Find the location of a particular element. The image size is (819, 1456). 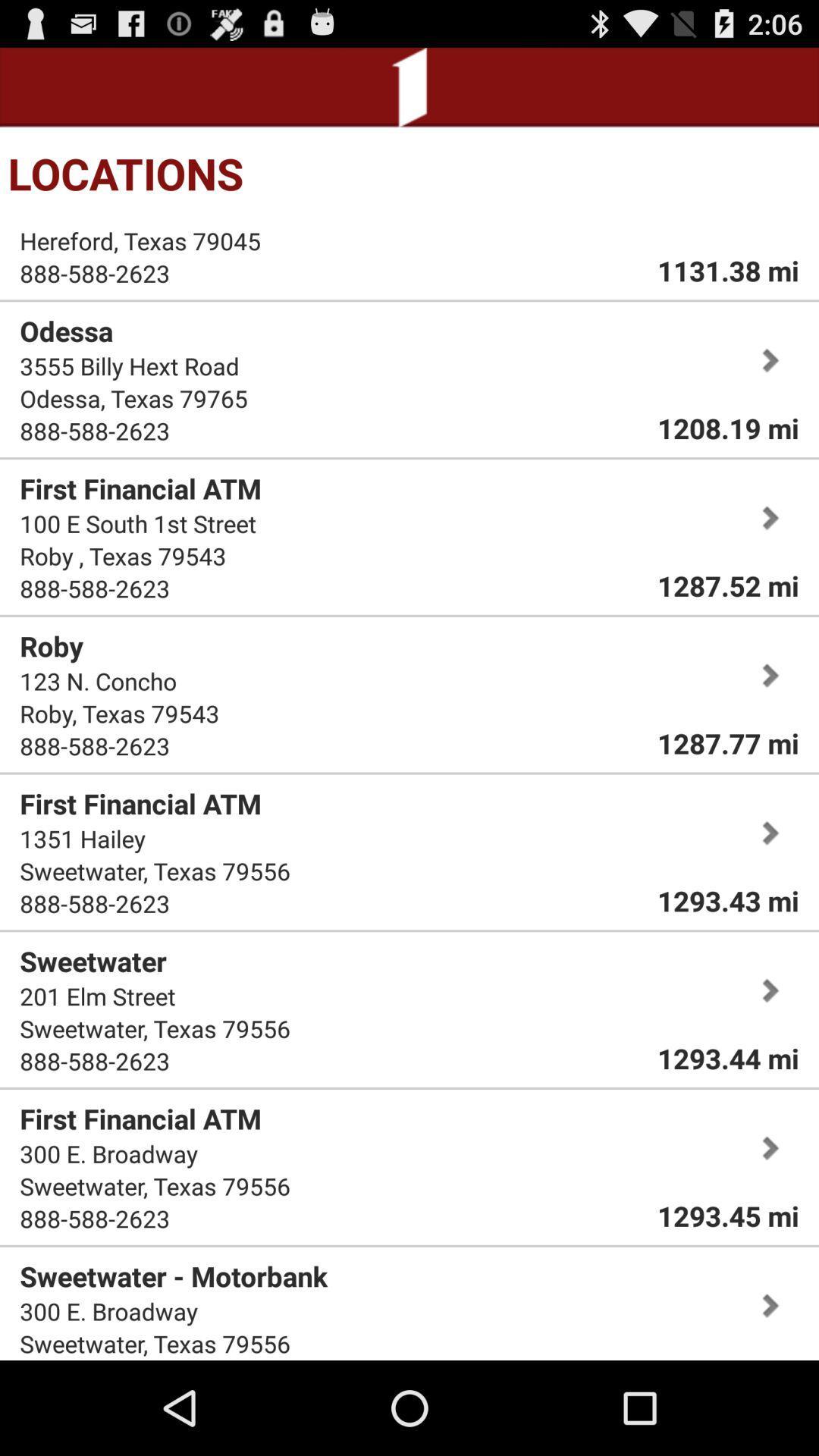

the item above sweetwater, texas 79556 app is located at coordinates (83, 837).